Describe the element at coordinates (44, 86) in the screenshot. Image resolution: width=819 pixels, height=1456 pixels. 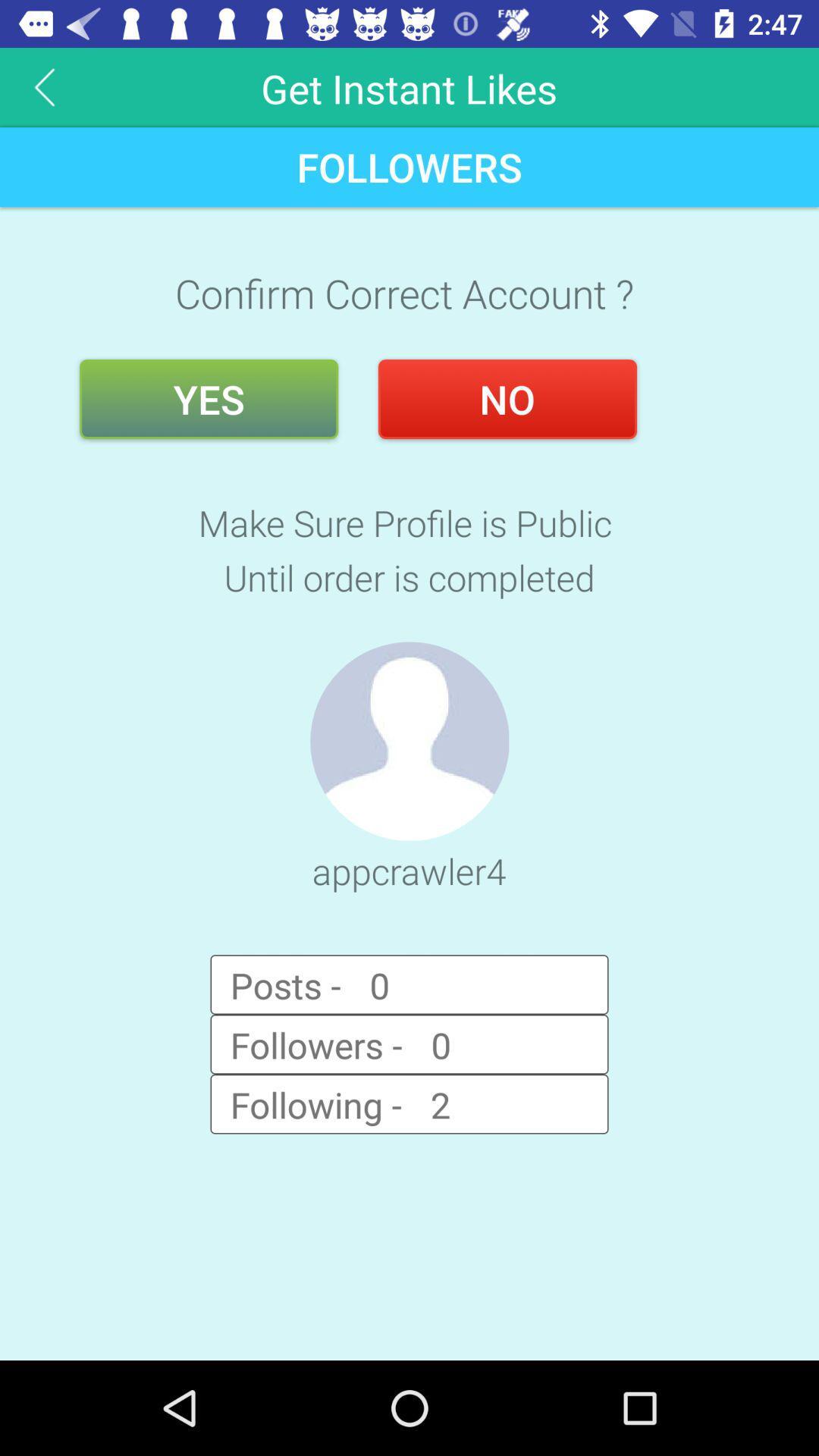
I see `item above the followers item` at that location.